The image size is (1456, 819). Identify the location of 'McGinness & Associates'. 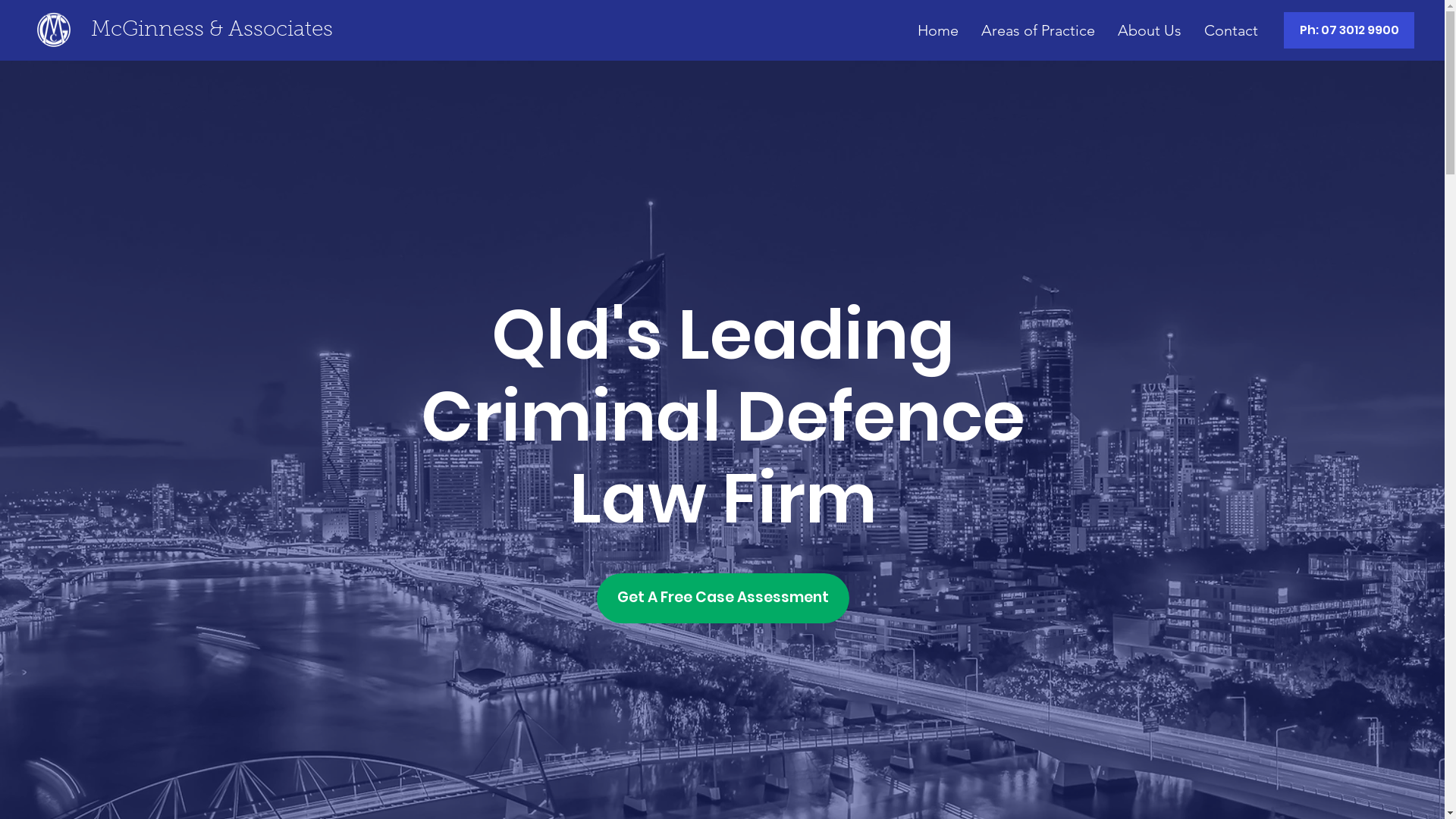
(211, 30).